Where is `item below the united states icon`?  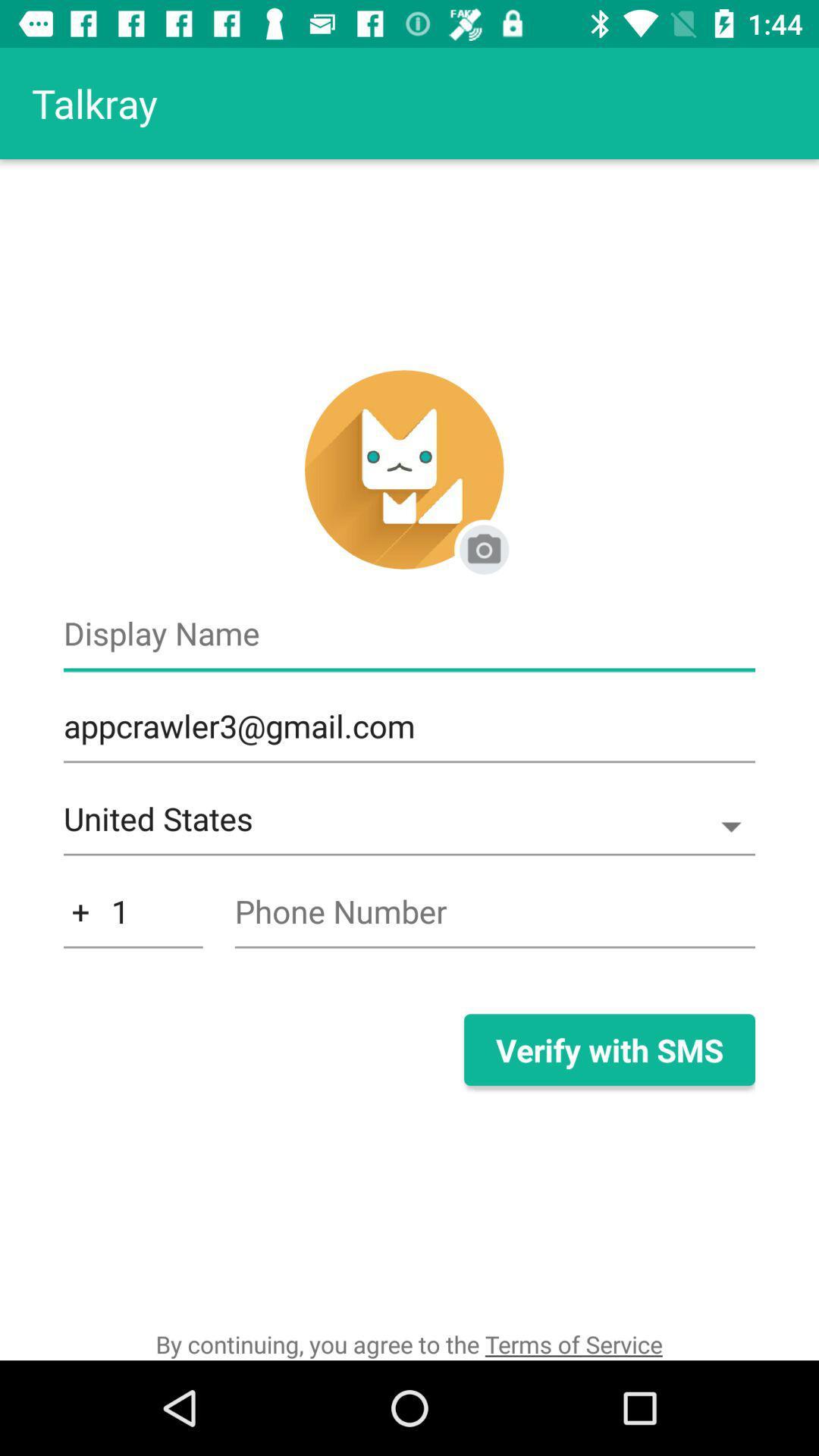 item below the united states icon is located at coordinates (132, 919).